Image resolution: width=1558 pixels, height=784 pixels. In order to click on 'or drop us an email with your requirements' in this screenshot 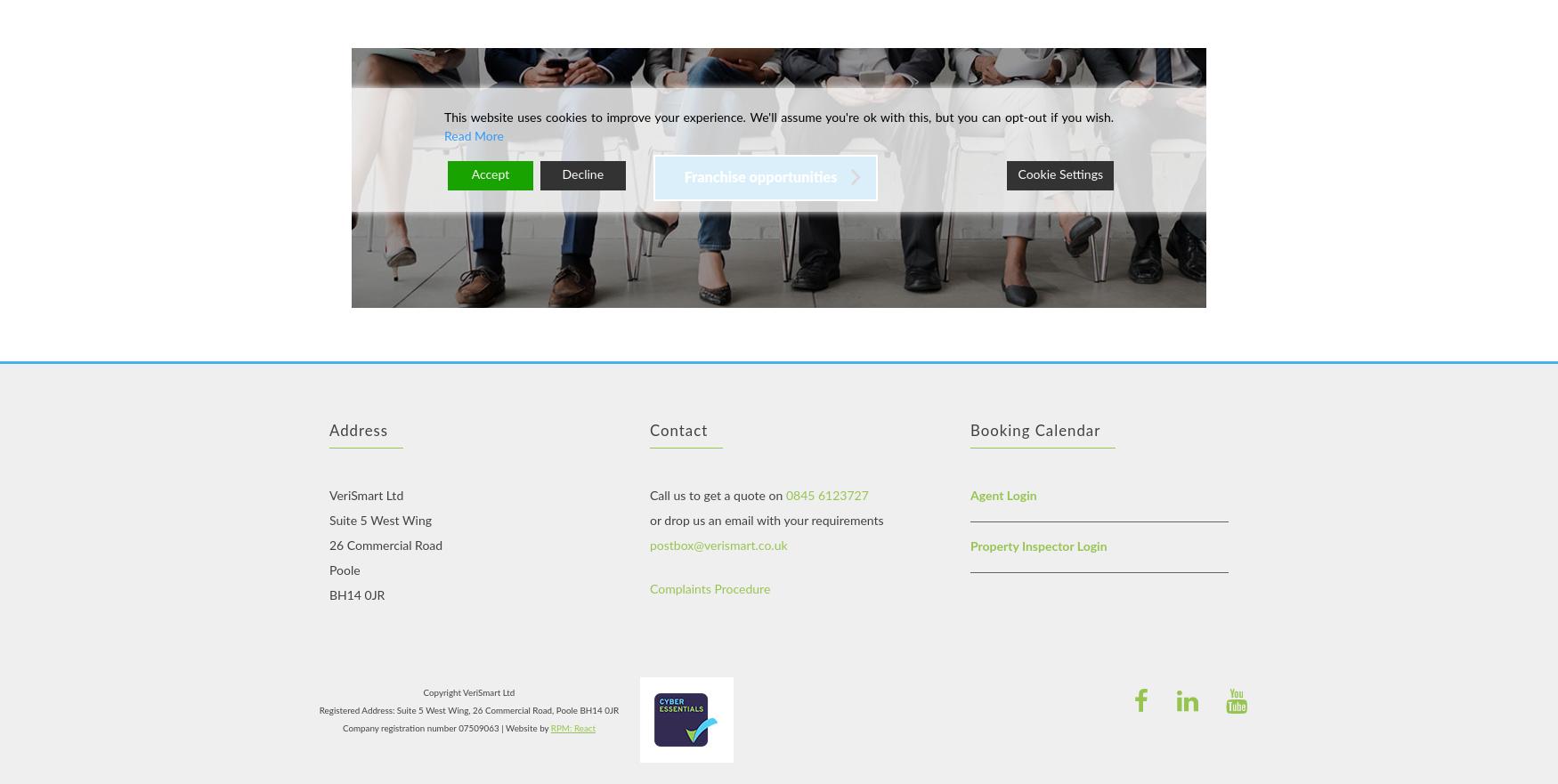, I will do `click(766, 520)`.